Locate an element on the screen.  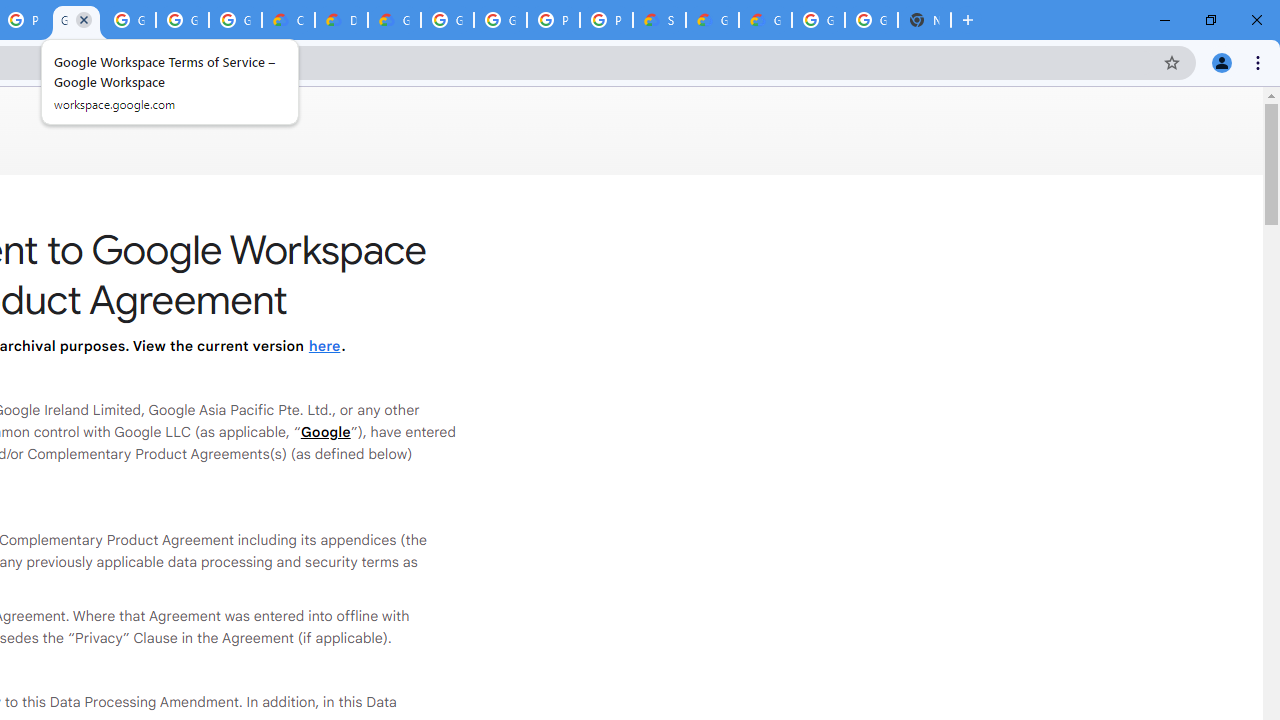
'Google Cloud Platform' is located at coordinates (818, 20).